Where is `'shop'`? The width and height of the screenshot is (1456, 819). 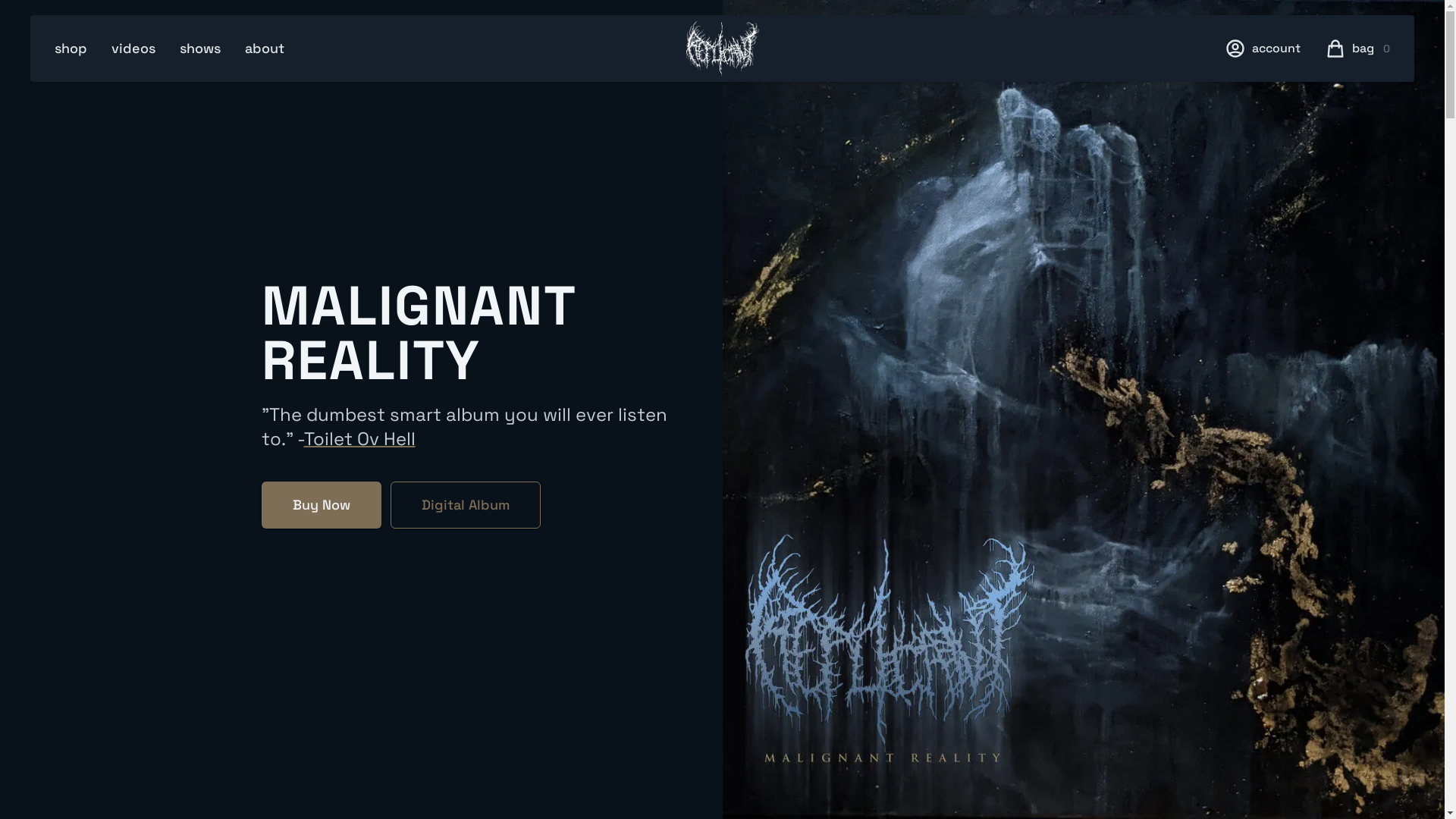
'shop' is located at coordinates (70, 48).